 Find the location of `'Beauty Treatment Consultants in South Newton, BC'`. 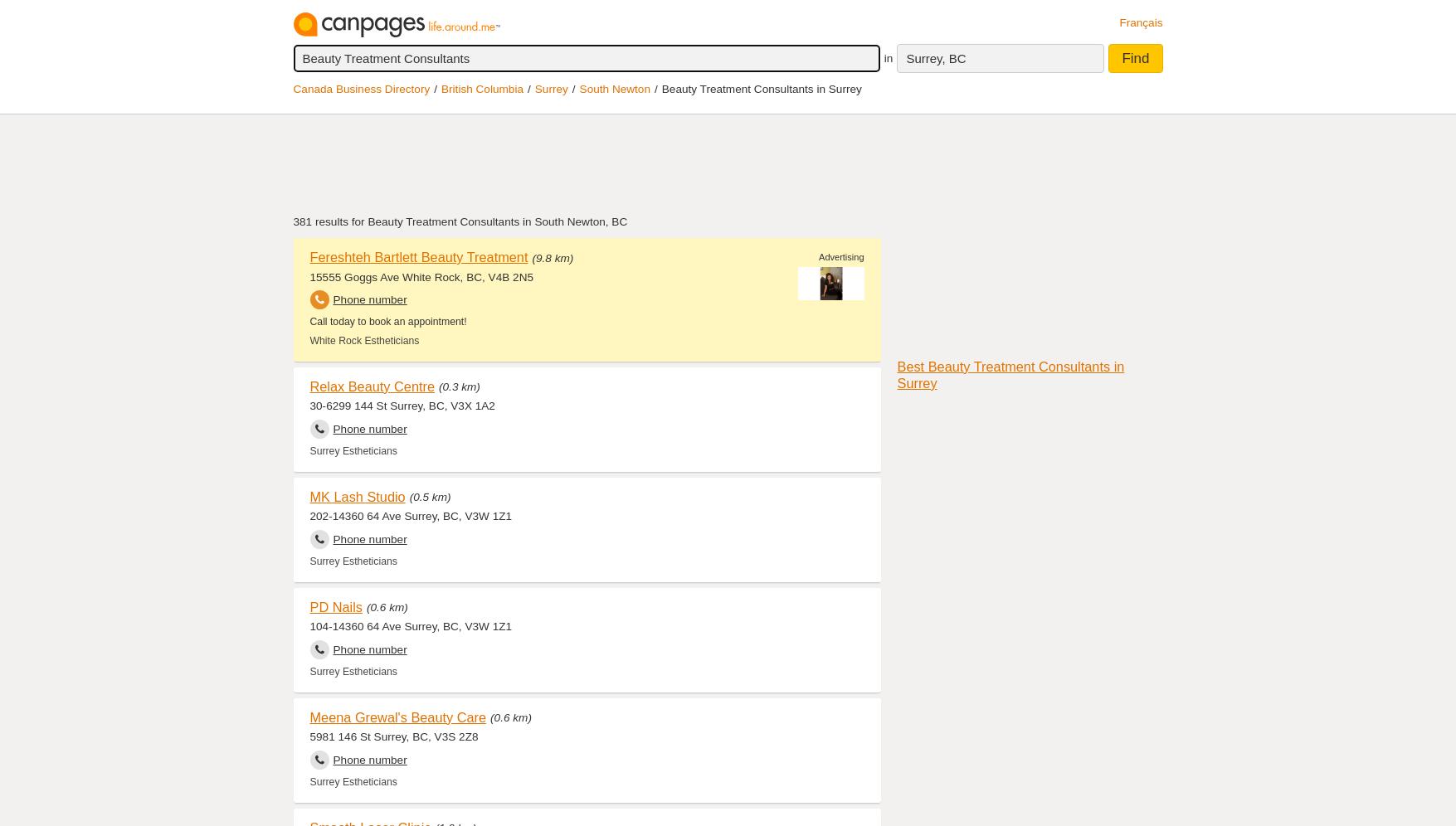

'Beauty Treatment Consultants in South Newton, BC' is located at coordinates (367, 221).